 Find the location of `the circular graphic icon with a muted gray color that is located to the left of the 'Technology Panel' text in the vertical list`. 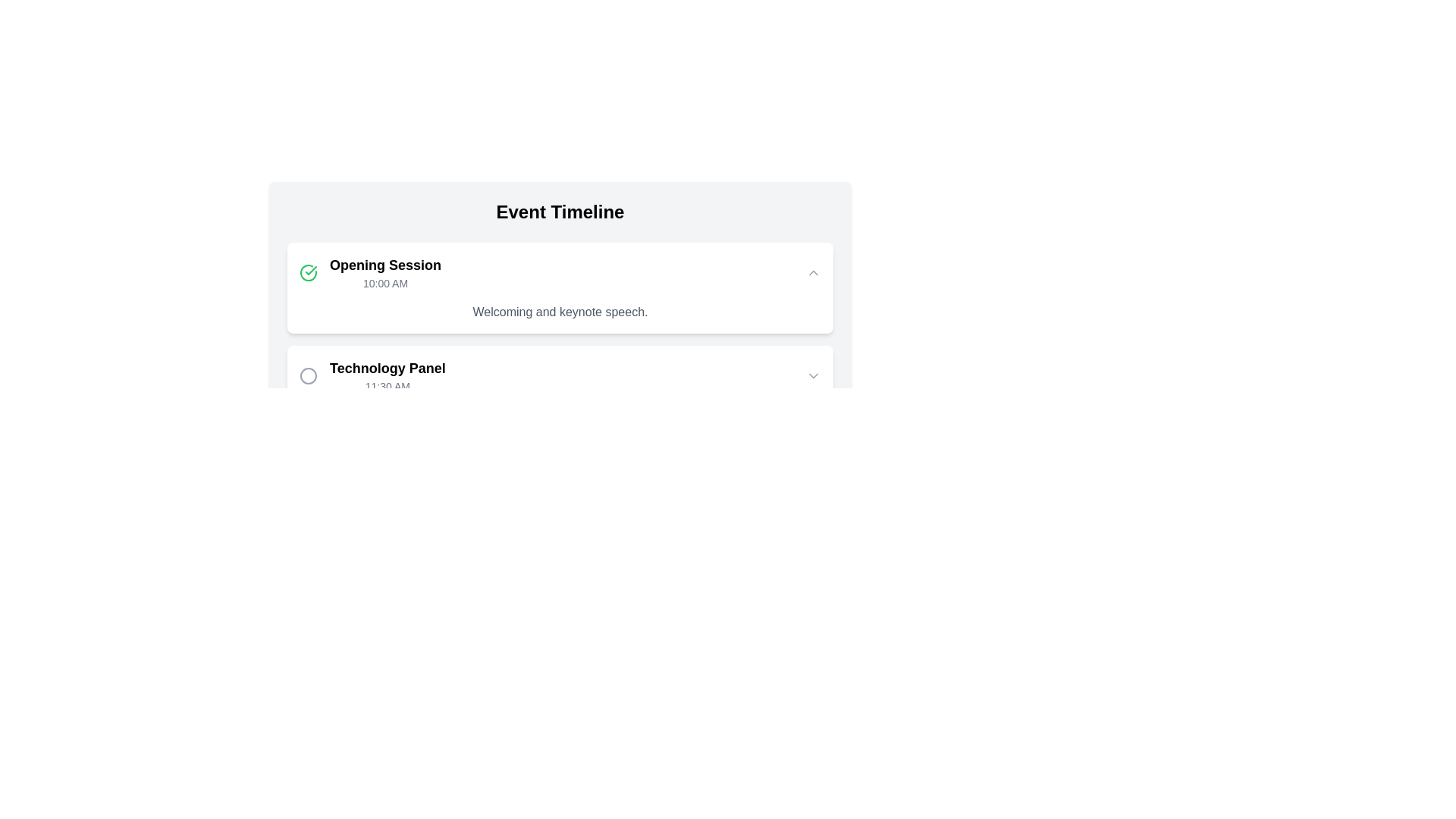

the circular graphic icon with a muted gray color that is located to the left of the 'Technology Panel' text in the vertical list is located at coordinates (308, 375).